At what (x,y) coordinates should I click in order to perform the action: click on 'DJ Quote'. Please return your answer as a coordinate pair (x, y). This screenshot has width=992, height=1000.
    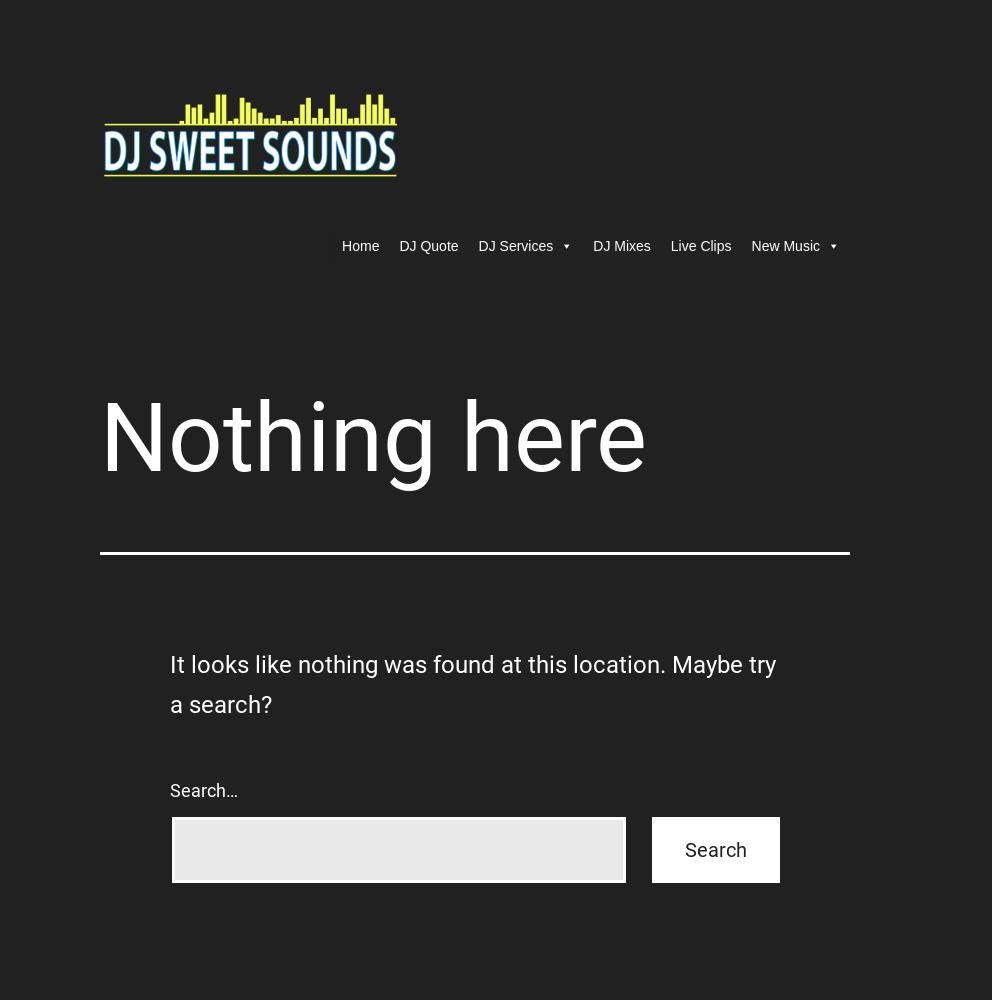
    Looking at the image, I should click on (427, 245).